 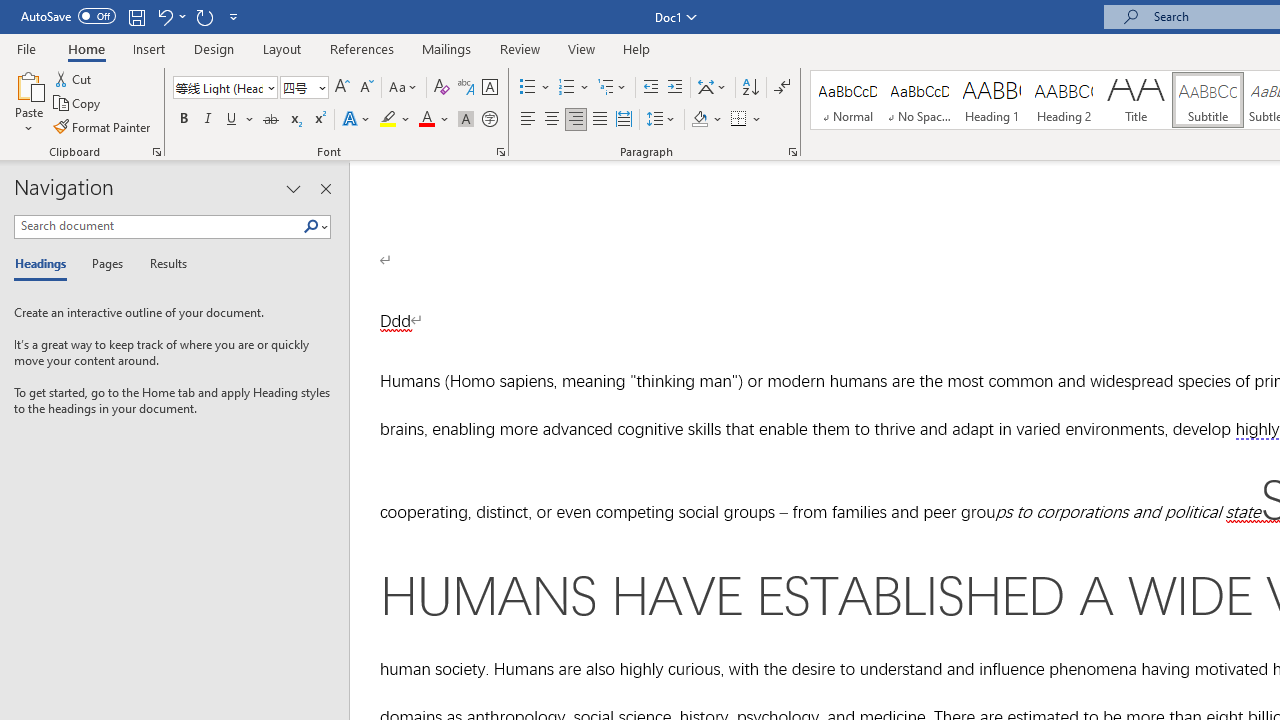 I want to click on 'Line and Paragraph Spacing', so click(x=661, y=119).